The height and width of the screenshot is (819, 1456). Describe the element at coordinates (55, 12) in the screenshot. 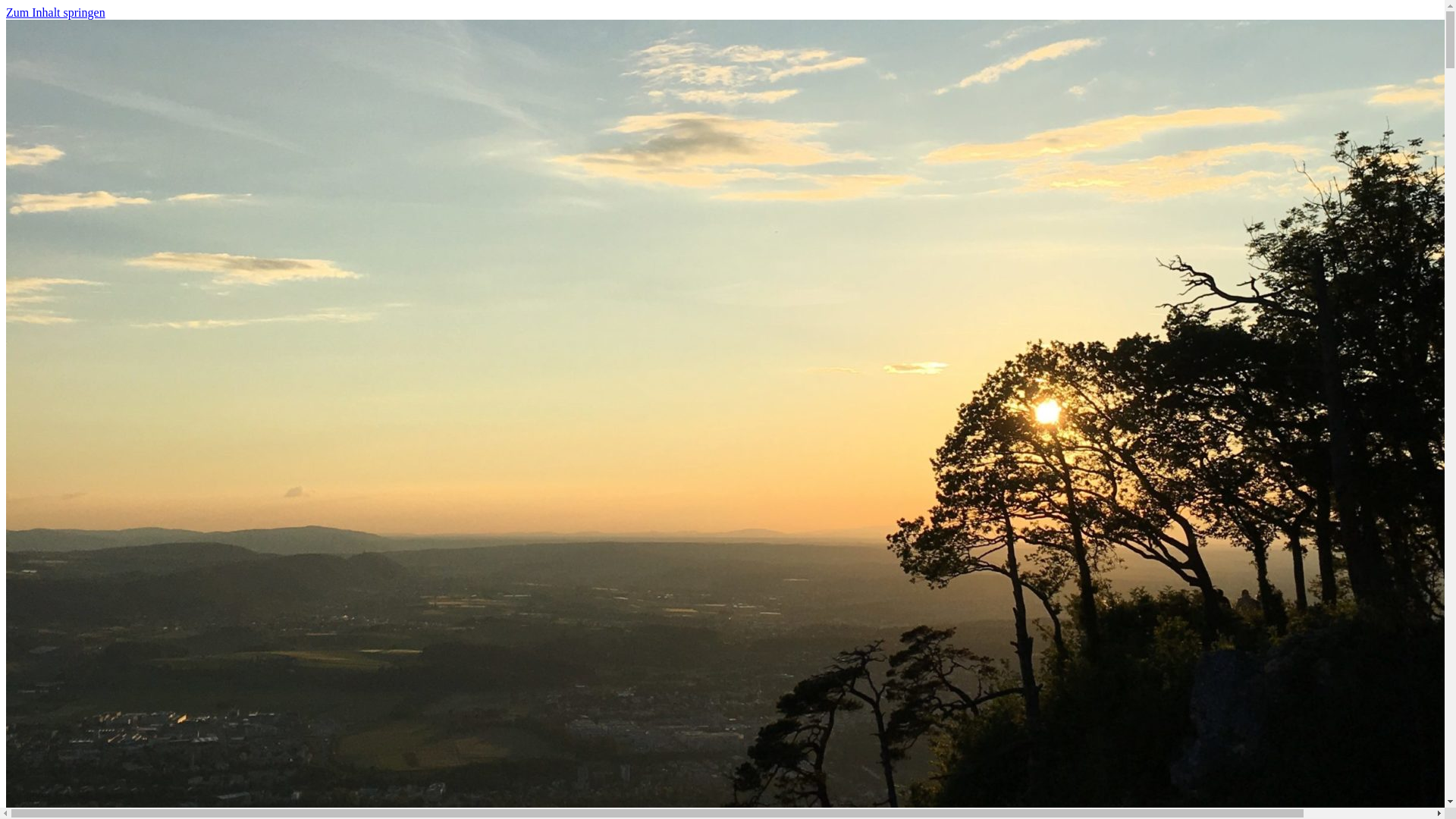

I see `'Zum Inhalt springen'` at that location.